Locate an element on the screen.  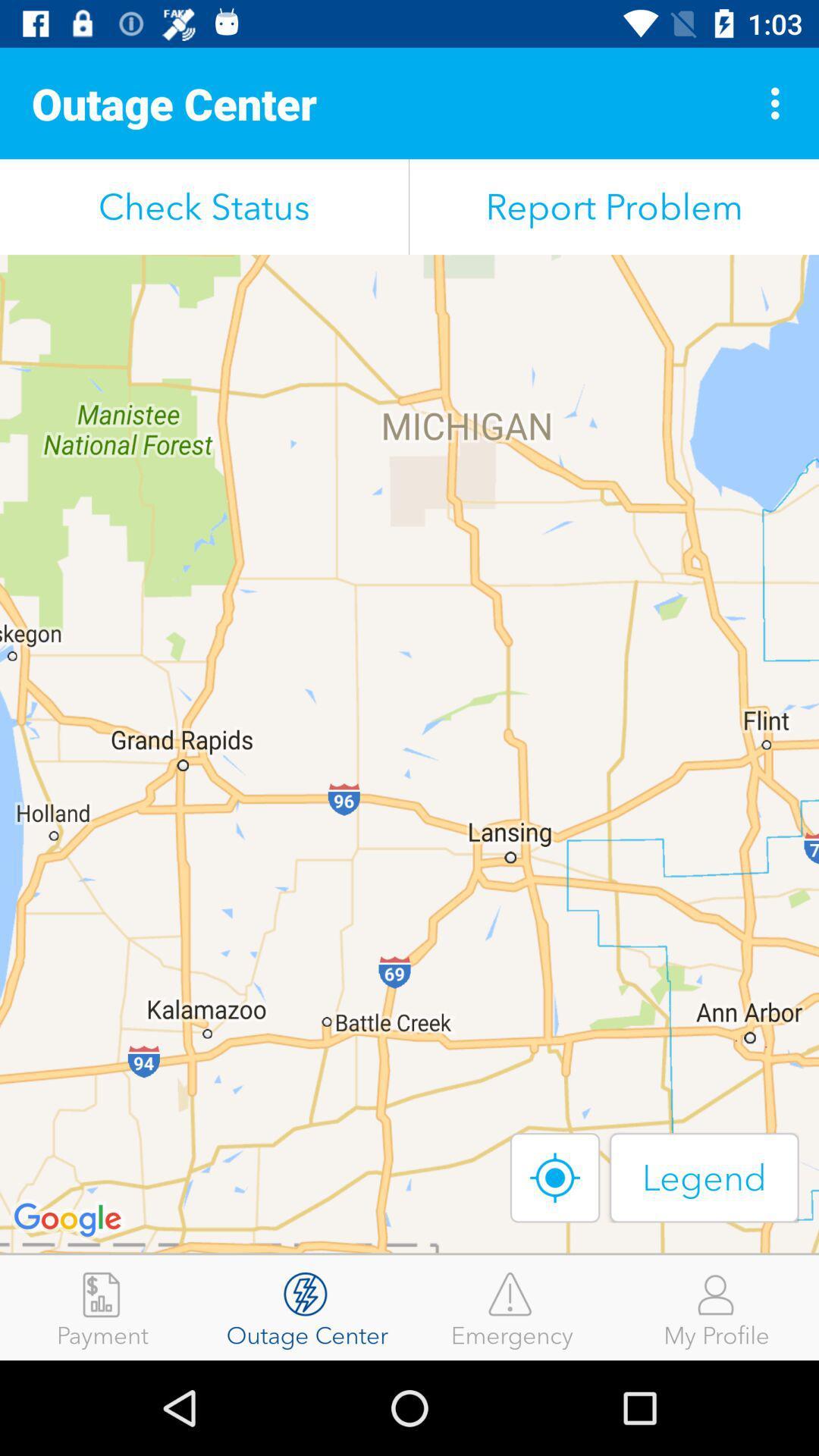
the icon below the check status item is located at coordinates (409, 754).